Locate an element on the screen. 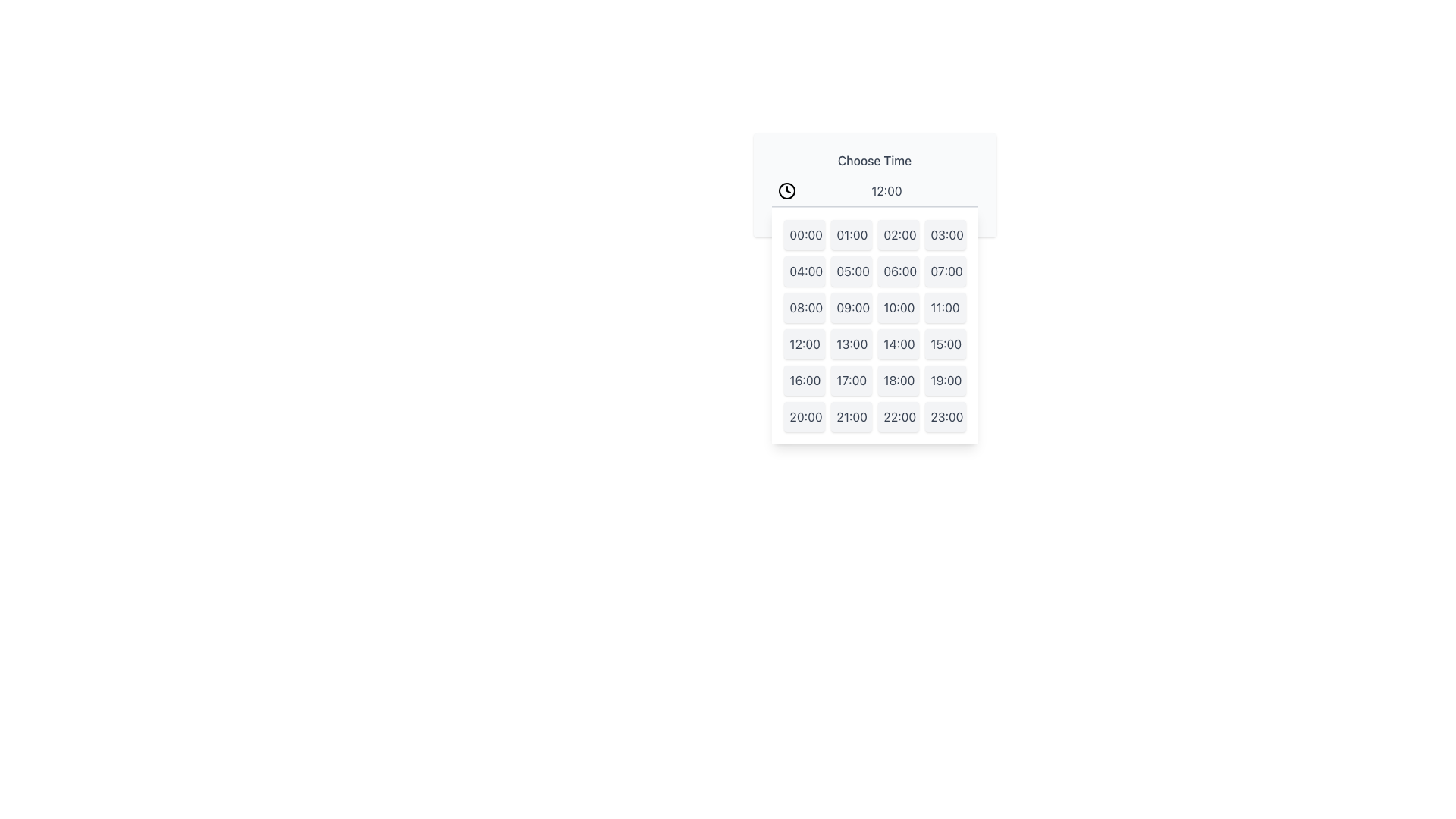  the rectangular button labeled '14:00' with a light gray background and dark gray text is located at coordinates (898, 344).